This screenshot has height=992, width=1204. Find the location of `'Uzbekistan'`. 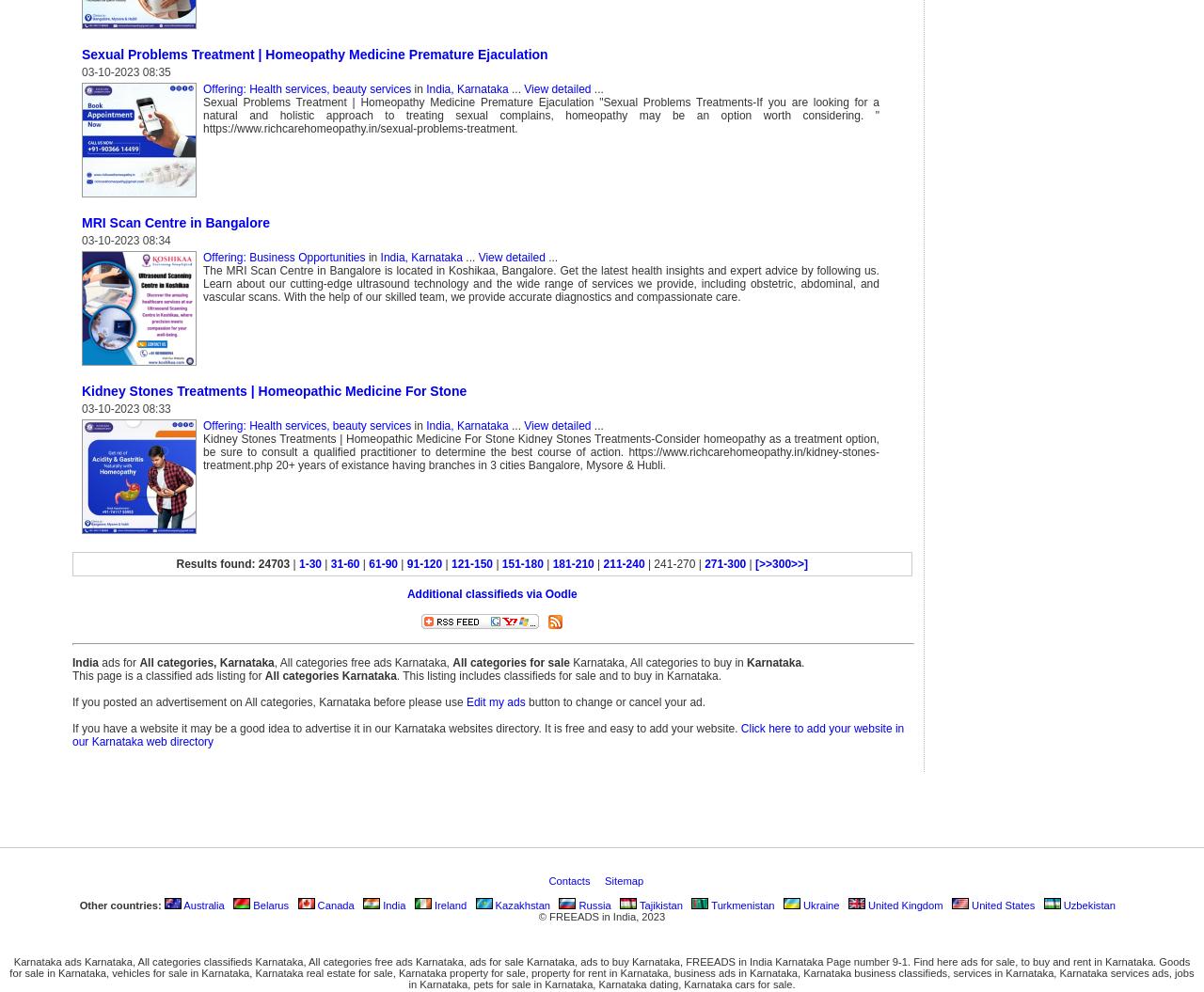

'Uzbekistan' is located at coordinates (1087, 904).